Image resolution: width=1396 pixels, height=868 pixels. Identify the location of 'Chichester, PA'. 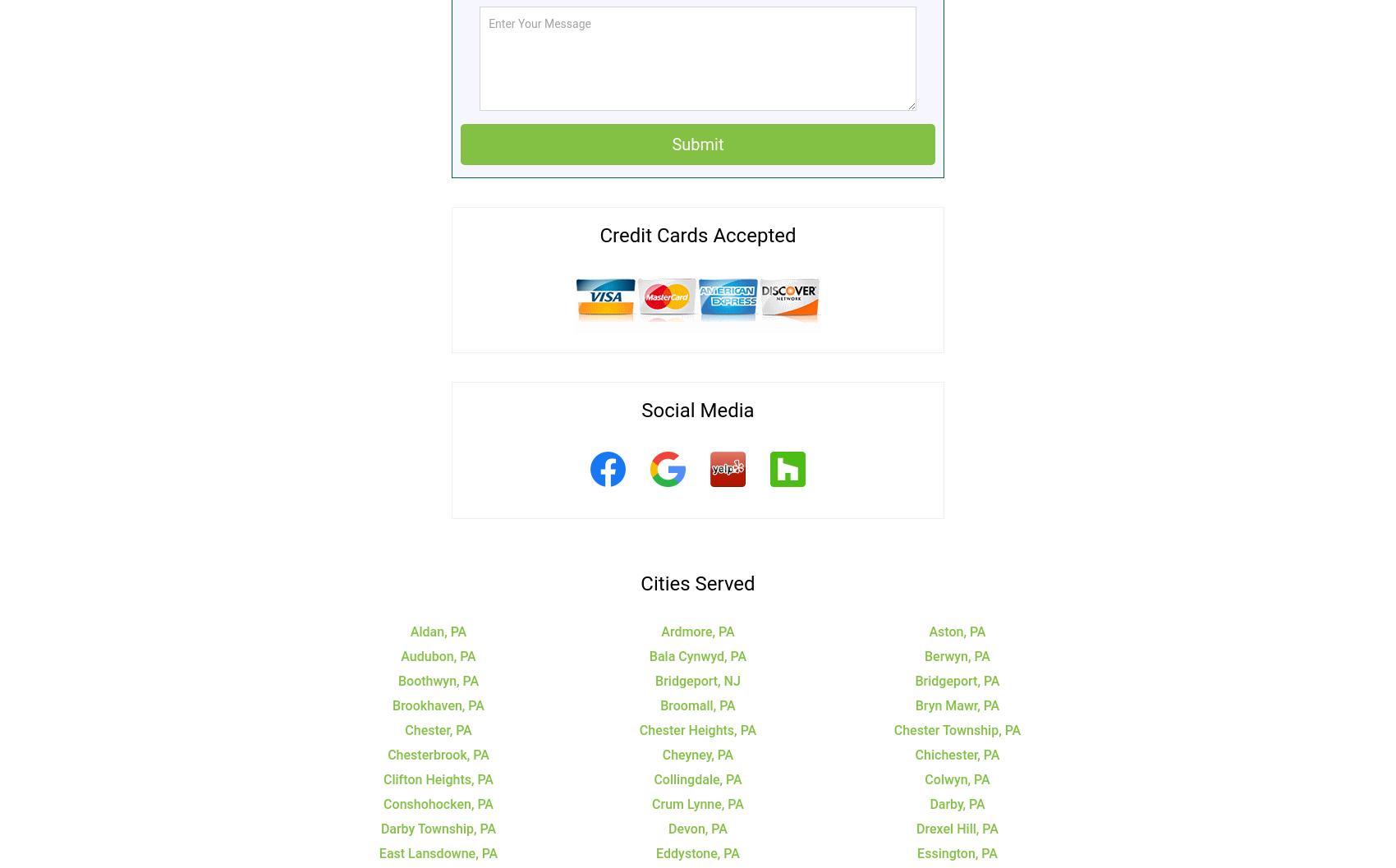
(957, 754).